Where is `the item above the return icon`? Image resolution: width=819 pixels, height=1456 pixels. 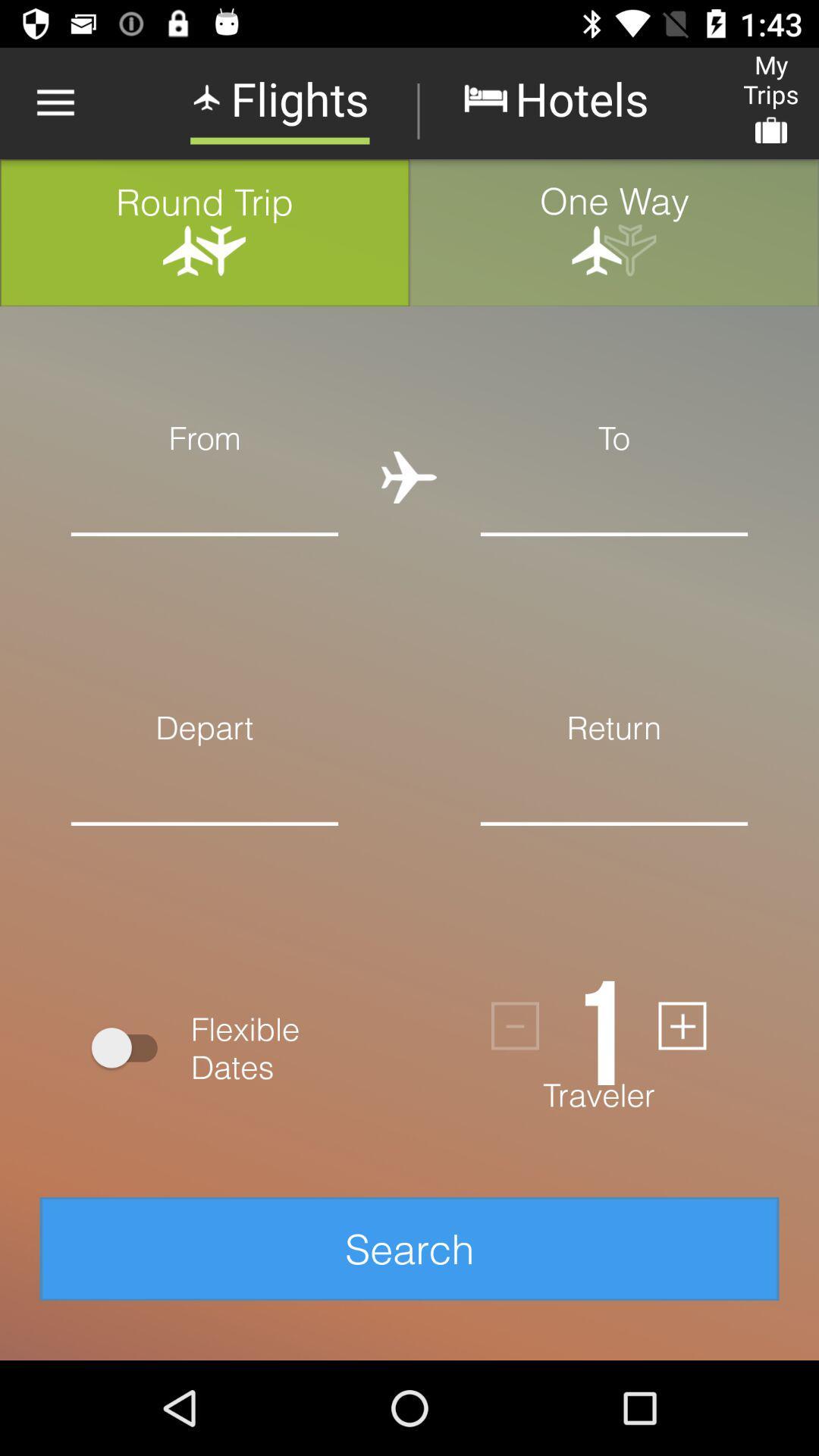 the item above the return icon is located at coordinates (614, 496).